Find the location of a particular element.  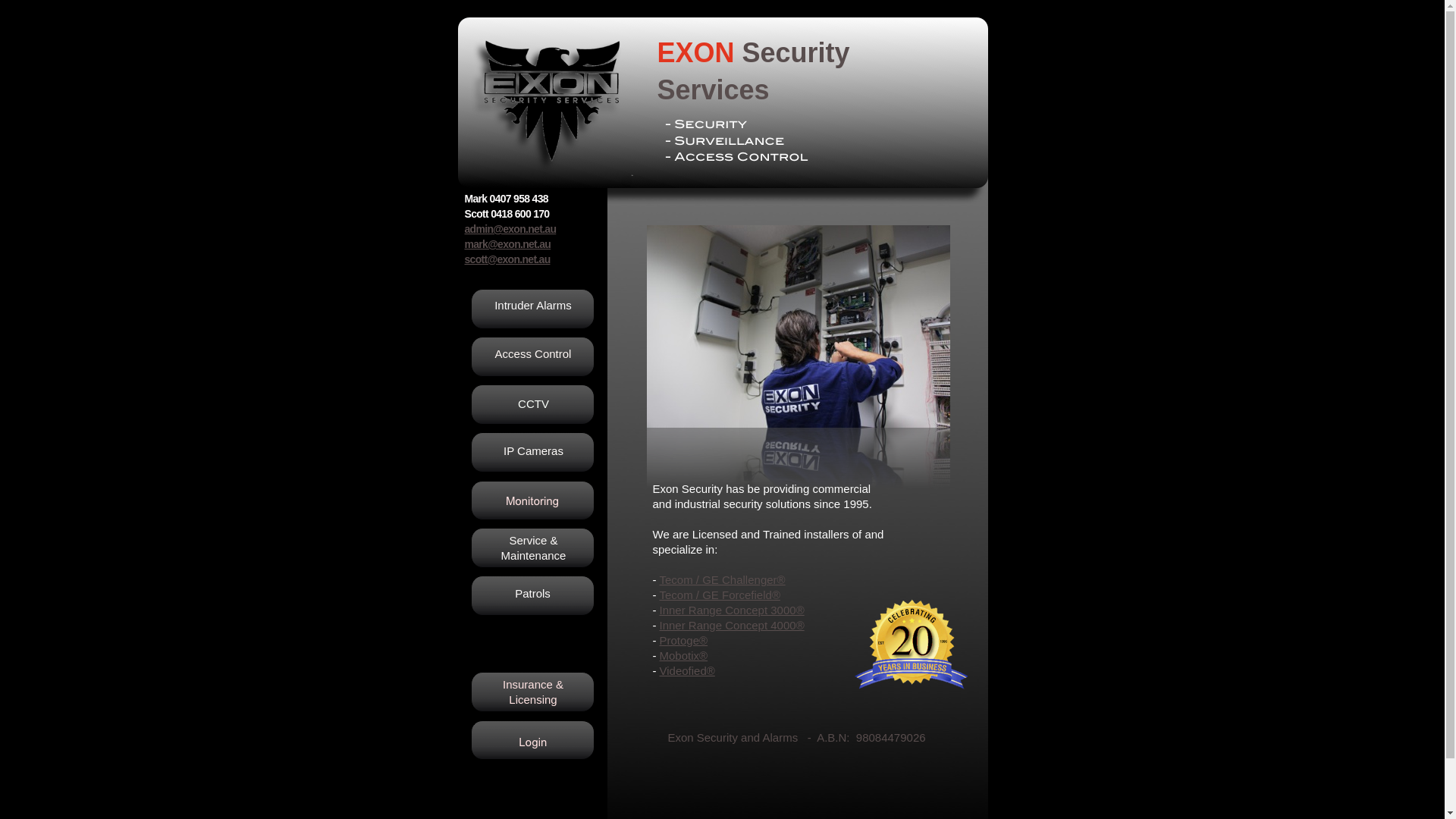

'mark@exon.net.au' is located at coordinates (507, 243).